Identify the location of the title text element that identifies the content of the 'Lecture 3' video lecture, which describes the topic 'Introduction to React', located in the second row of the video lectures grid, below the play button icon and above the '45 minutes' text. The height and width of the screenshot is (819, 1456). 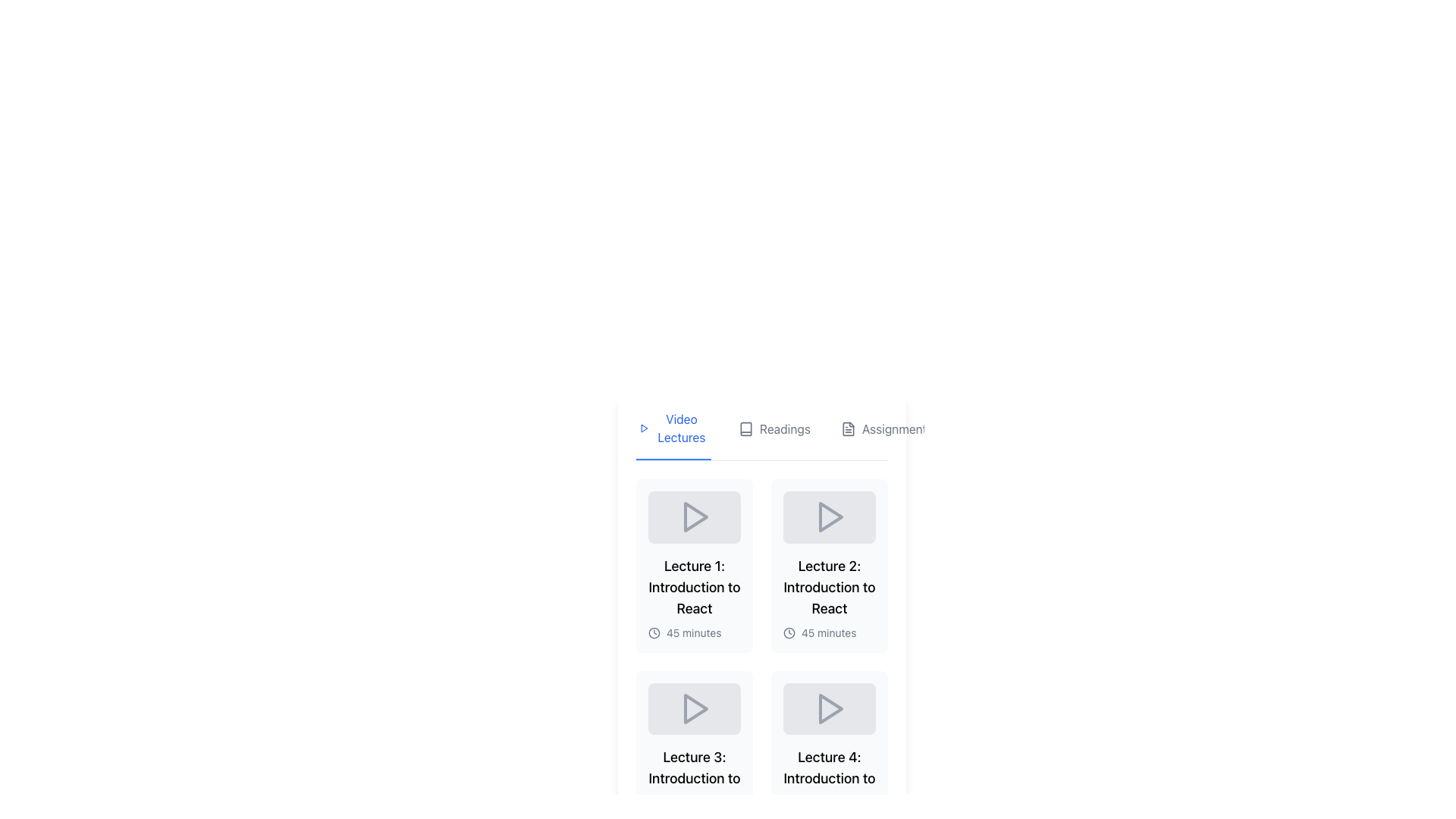
(694, 778).